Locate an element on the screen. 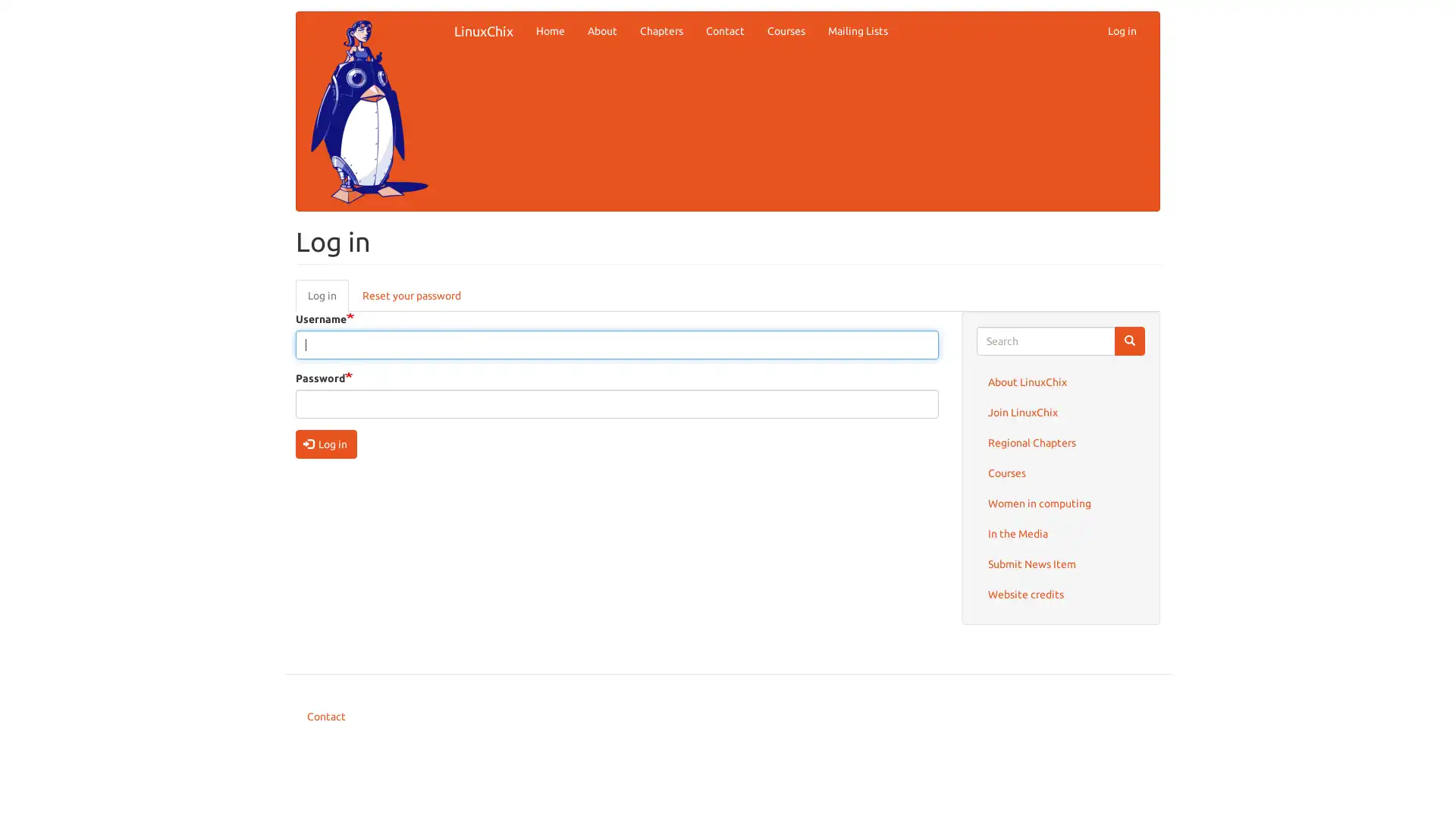  Search is located at coordinates (1129, 339).